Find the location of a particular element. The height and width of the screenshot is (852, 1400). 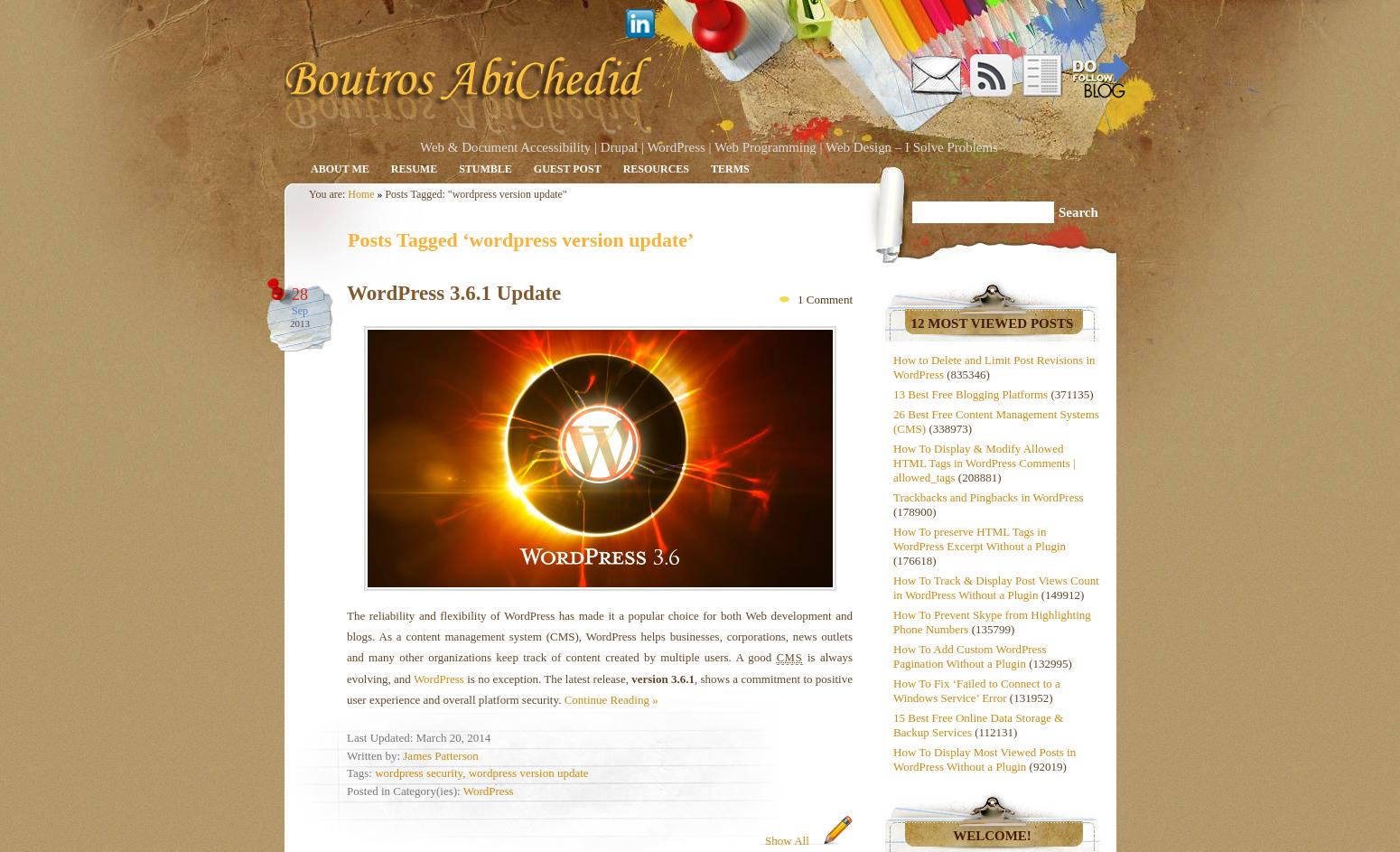

'Continue Reading »' is located at coordinates (609, 699).